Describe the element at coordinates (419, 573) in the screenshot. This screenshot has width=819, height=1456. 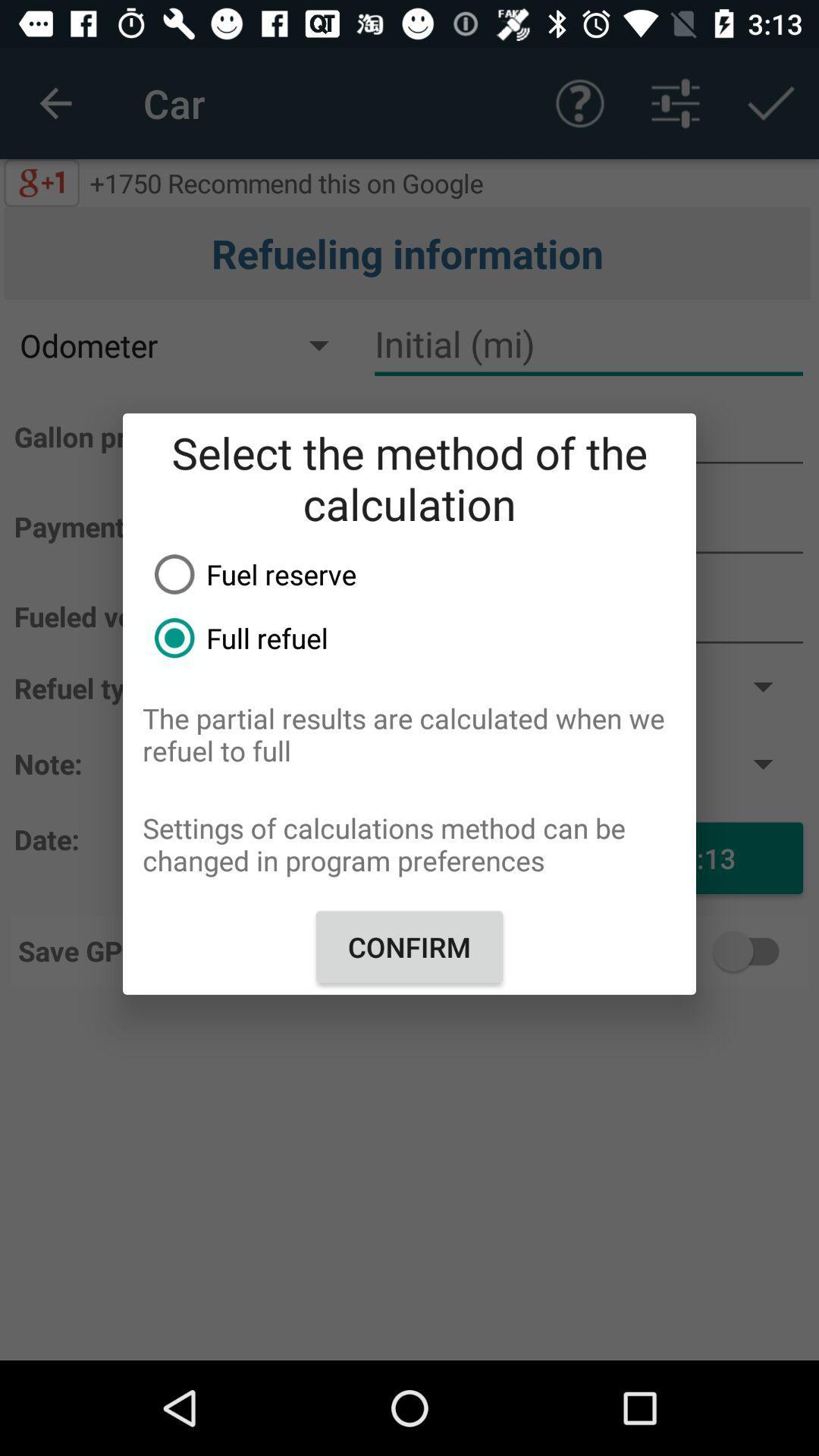
I see `item above the full refuel icon` at that location.